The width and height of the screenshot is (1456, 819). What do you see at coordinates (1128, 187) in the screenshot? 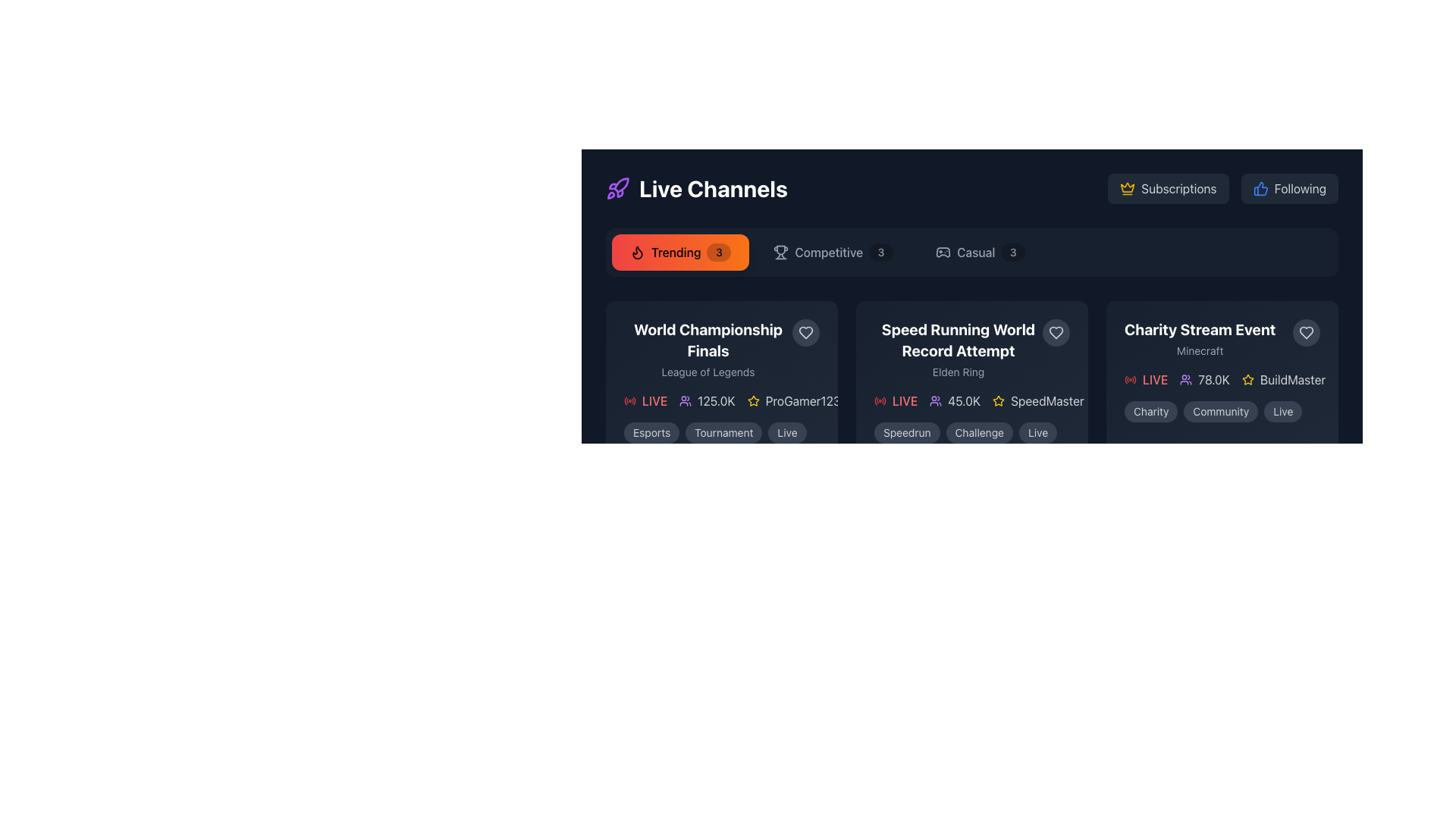
I see `the crown icon located within the 'Subscriptions' button in the top-right section of the interface` at bounding box center [1128, 187].